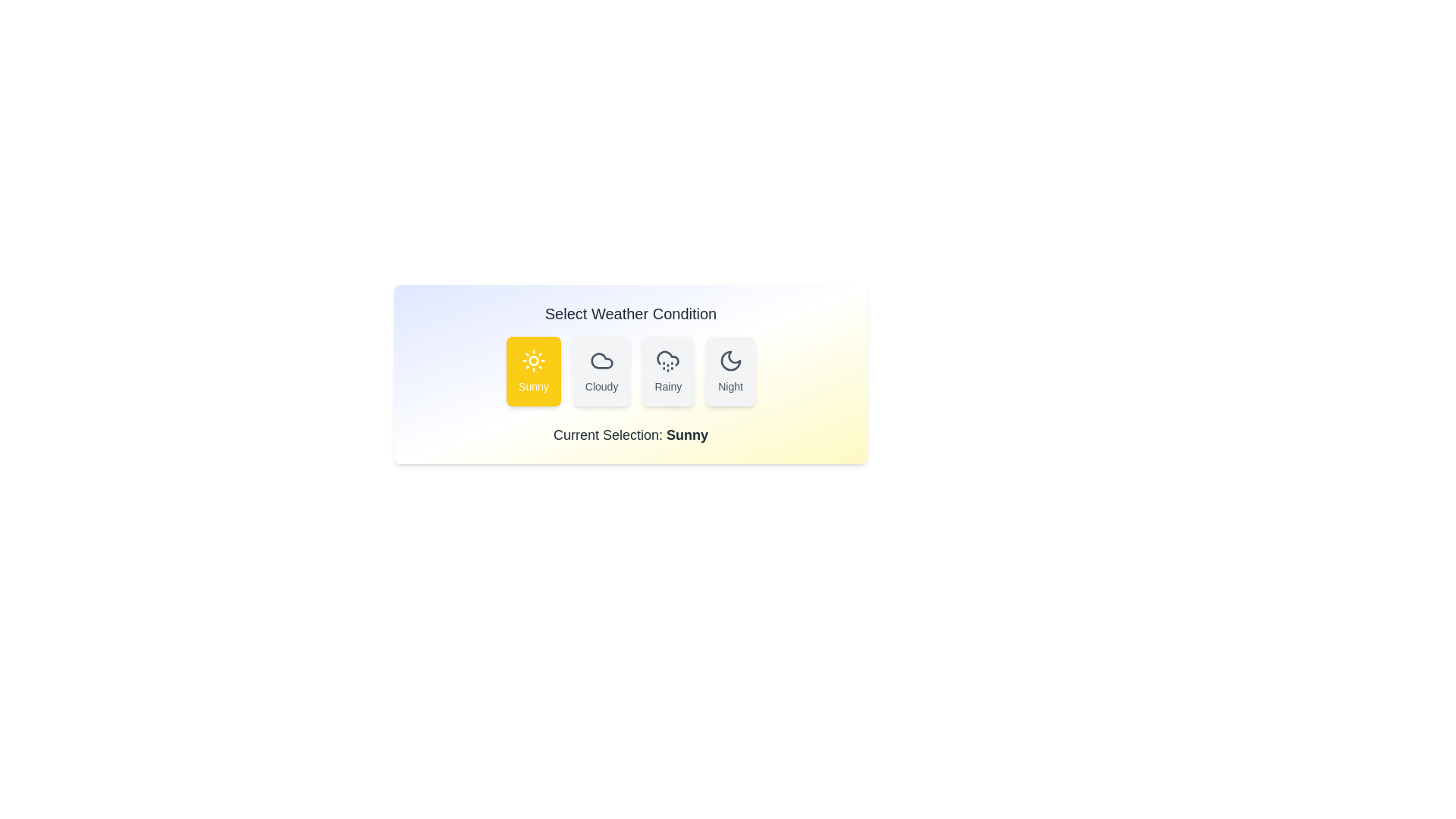 Image resolution: width=1456 pixels, height=819 pixels. Describe the element at coordinates (730, 371) in the screenshot. I see `the weather button Night to observe its hover effect` at that location.